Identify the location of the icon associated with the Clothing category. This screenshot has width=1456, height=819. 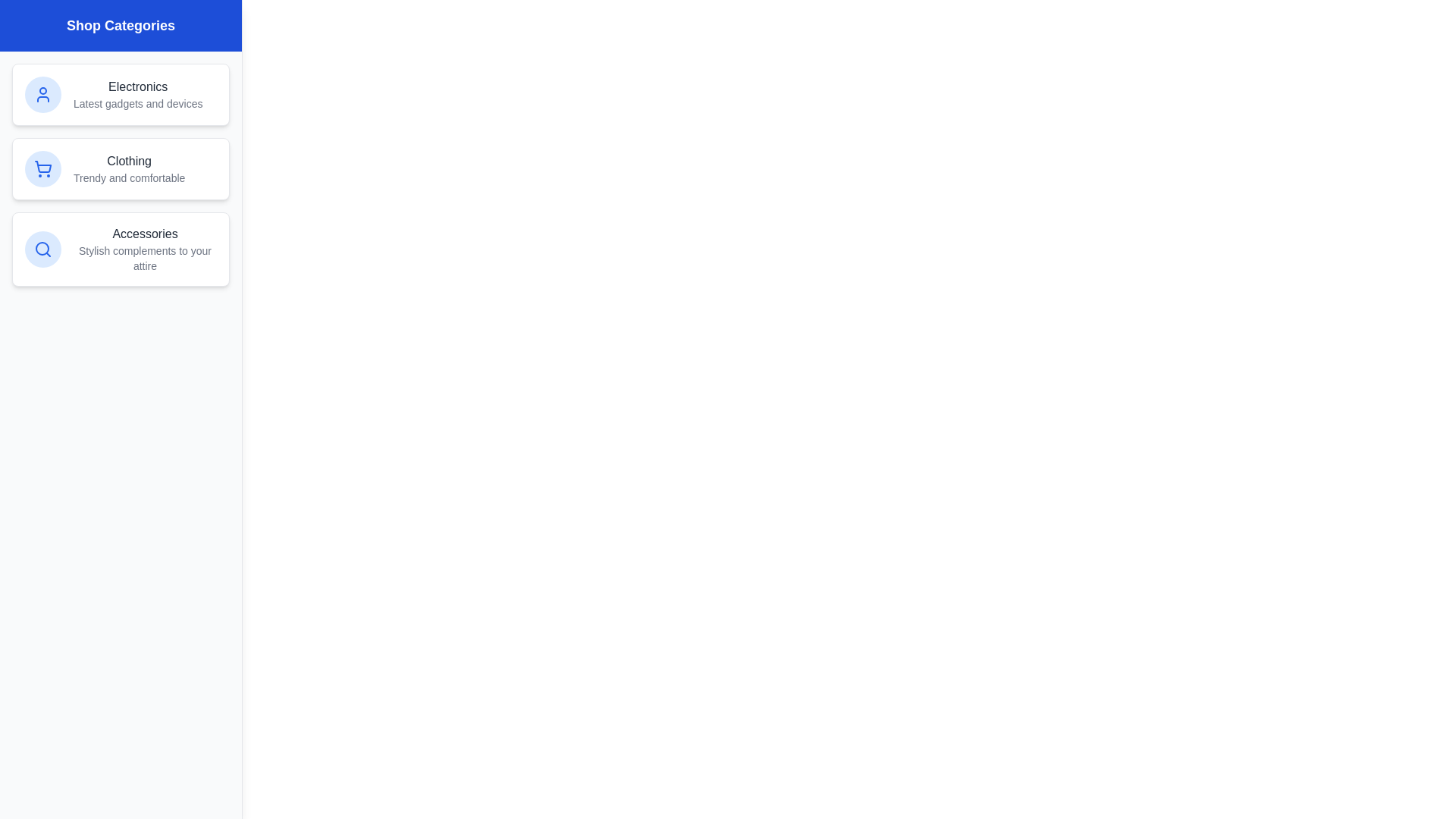
(43, 169).